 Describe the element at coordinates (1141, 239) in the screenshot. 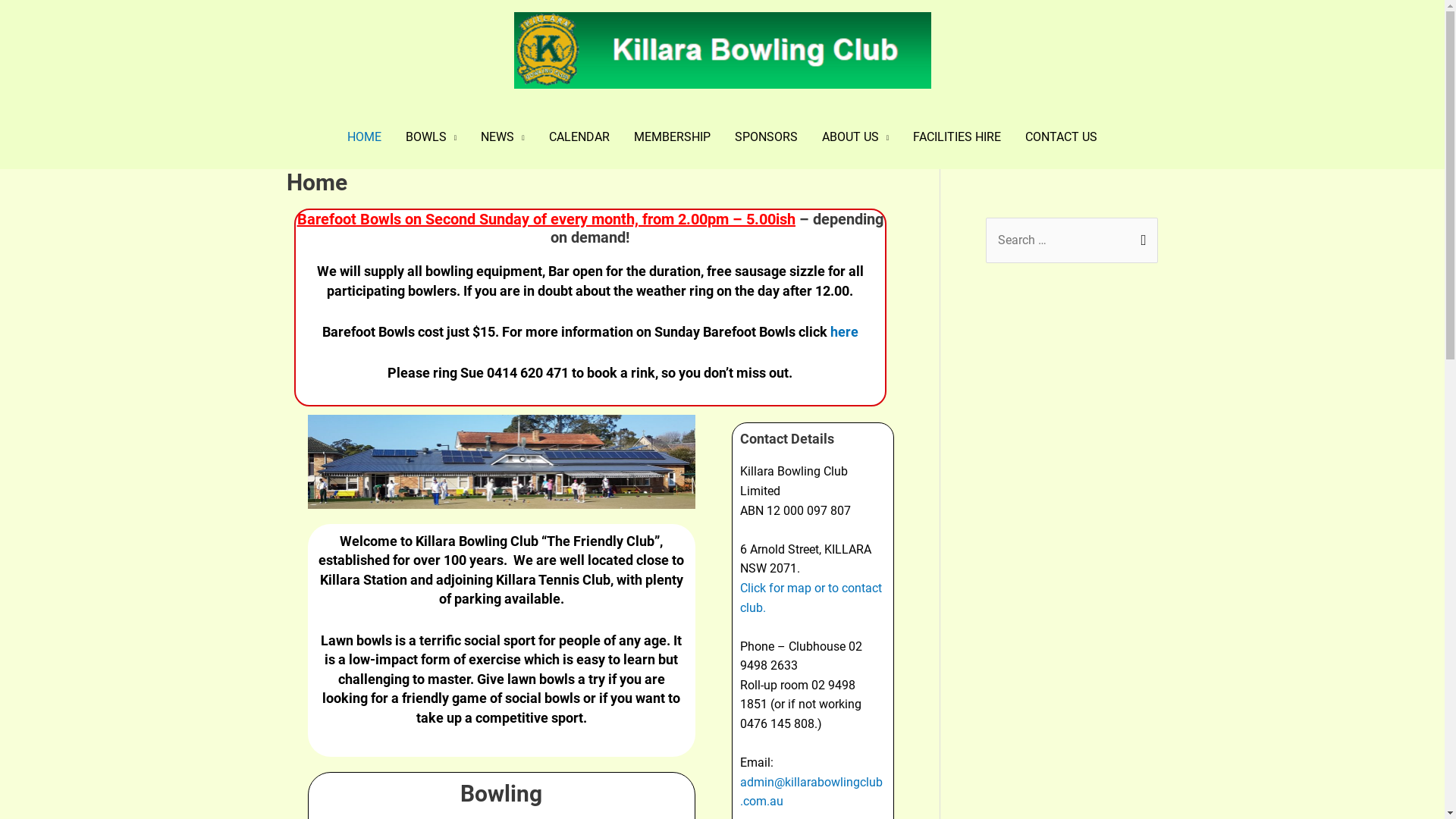

I see `'Search'` at that location.